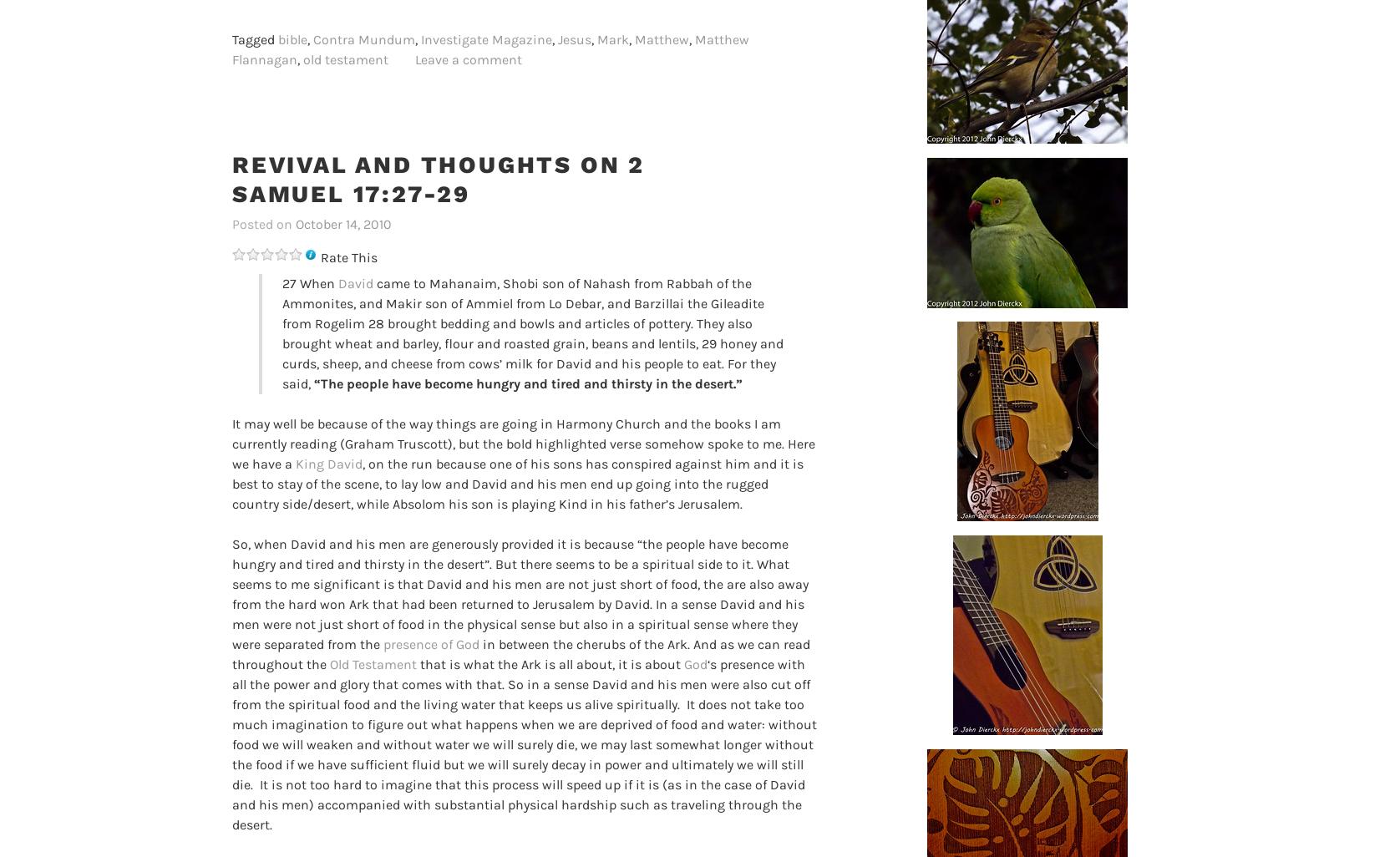 This screenshot has width=1400, height=857. Describe the element at coordinates (342, 222) in the screenshot. I see `'October 14, 2010'` at that location.